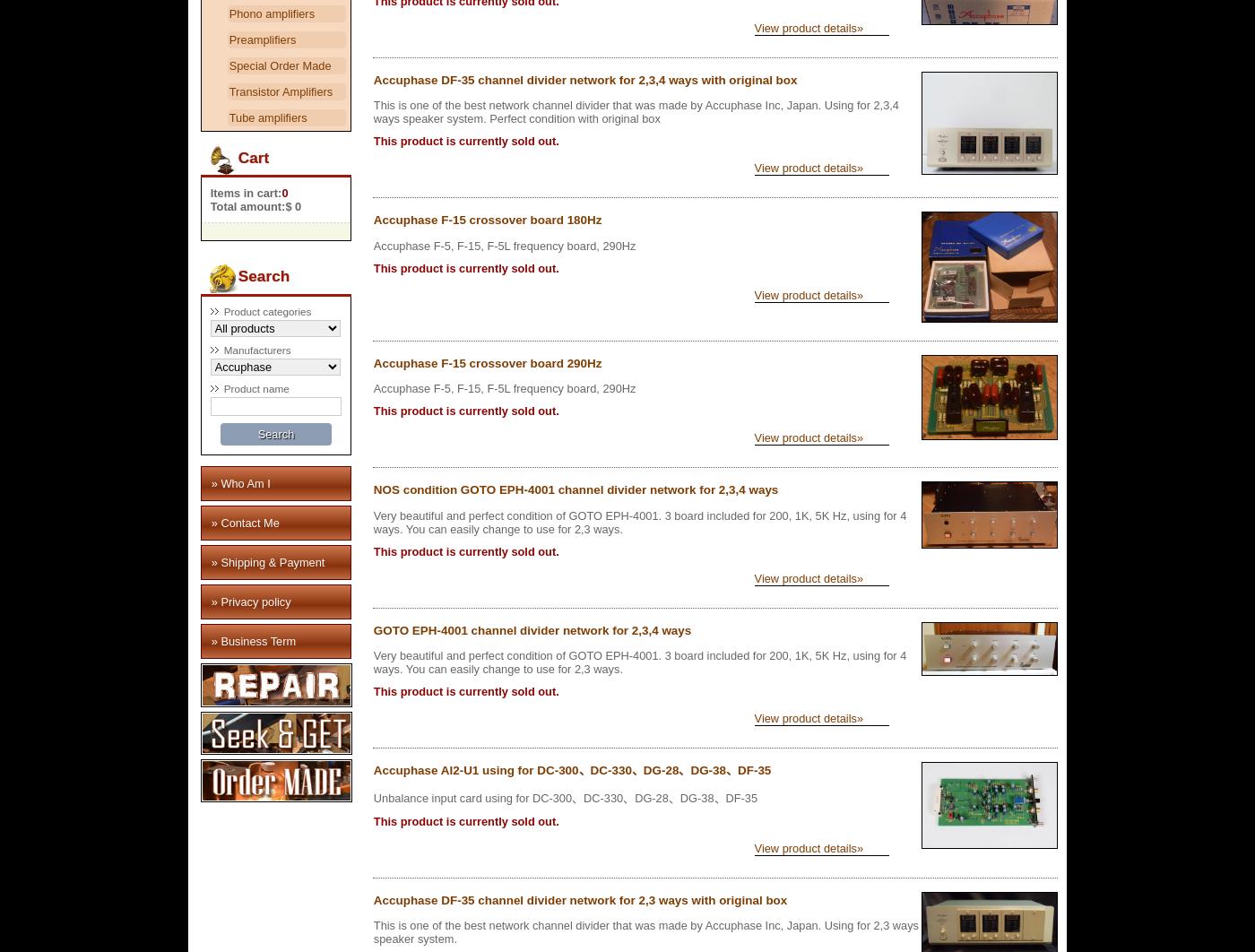 This screenshot has width=1255, height=952. What do you see at coordinates (645, 931) in the screenshot?
I see `'This is one of the best network channel divider that was made by Accuphase Inc, Japan. Using for 2,3 ways speaker system.'` at bounding box center [645, 931].